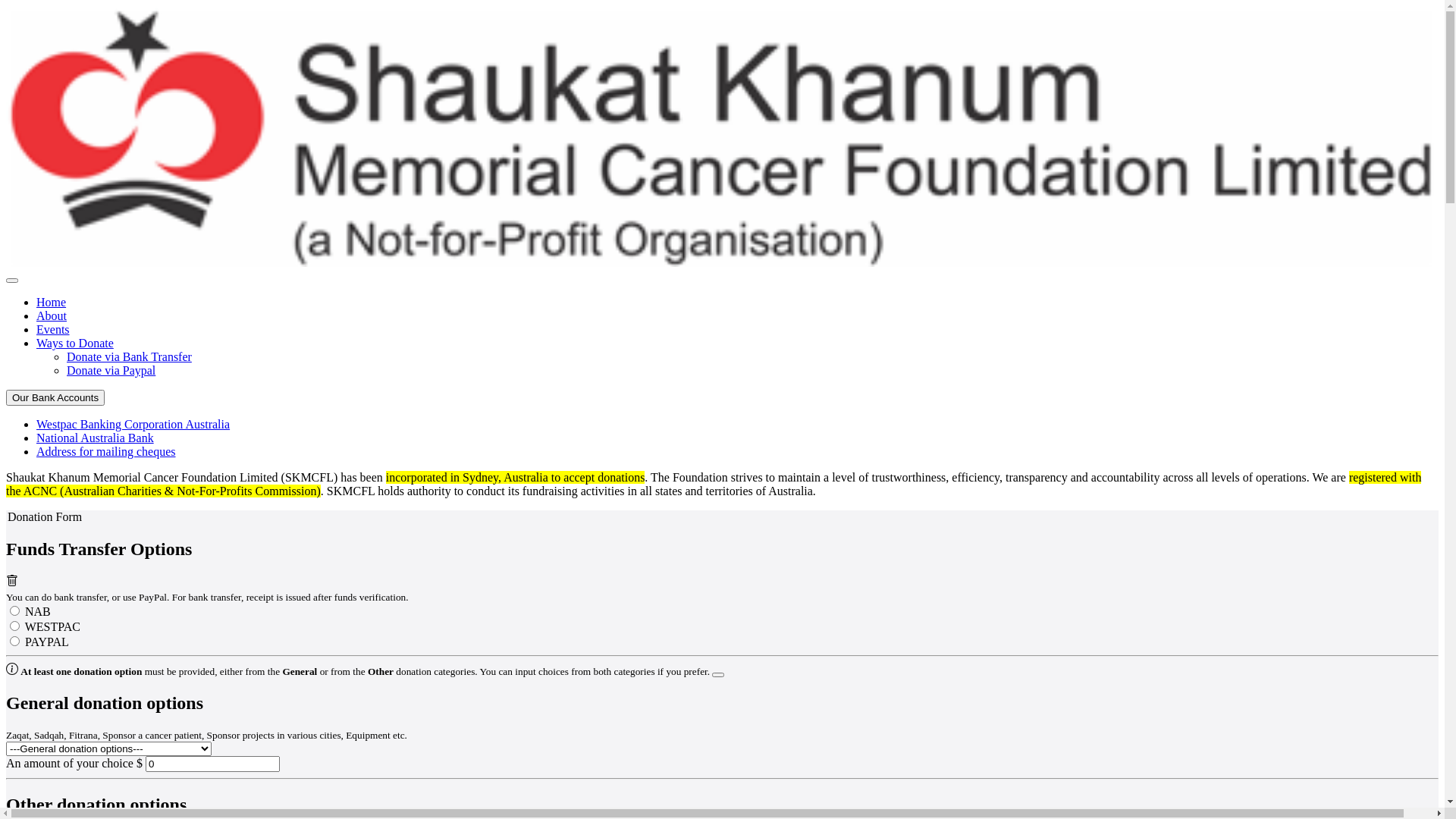  I want to click on 'Donate via Bank Transfer', so click(129, 356).